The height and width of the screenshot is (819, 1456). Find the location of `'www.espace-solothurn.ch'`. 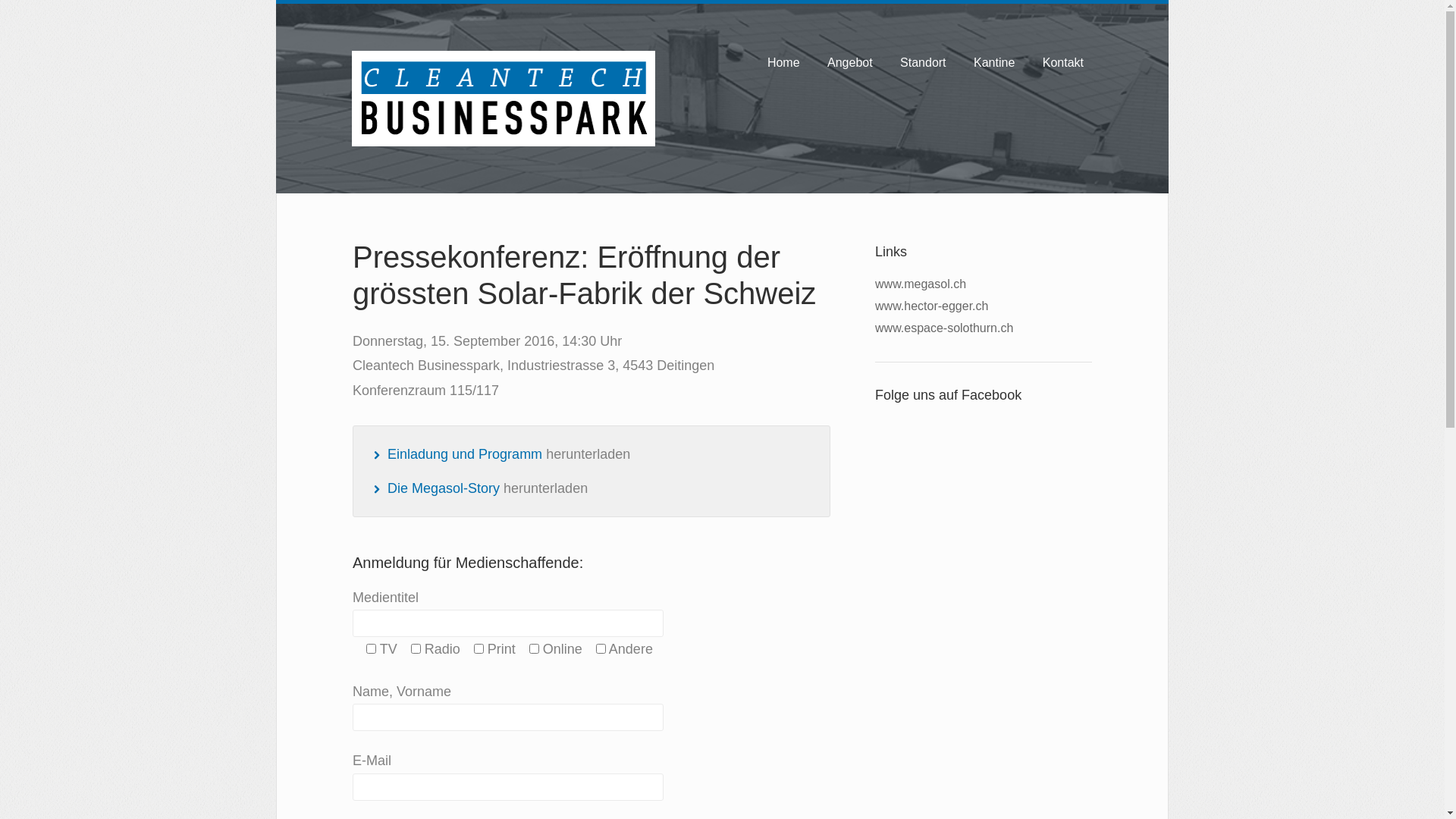

'www.espace-solothurn.ch' is located at coordinates (943, 327).